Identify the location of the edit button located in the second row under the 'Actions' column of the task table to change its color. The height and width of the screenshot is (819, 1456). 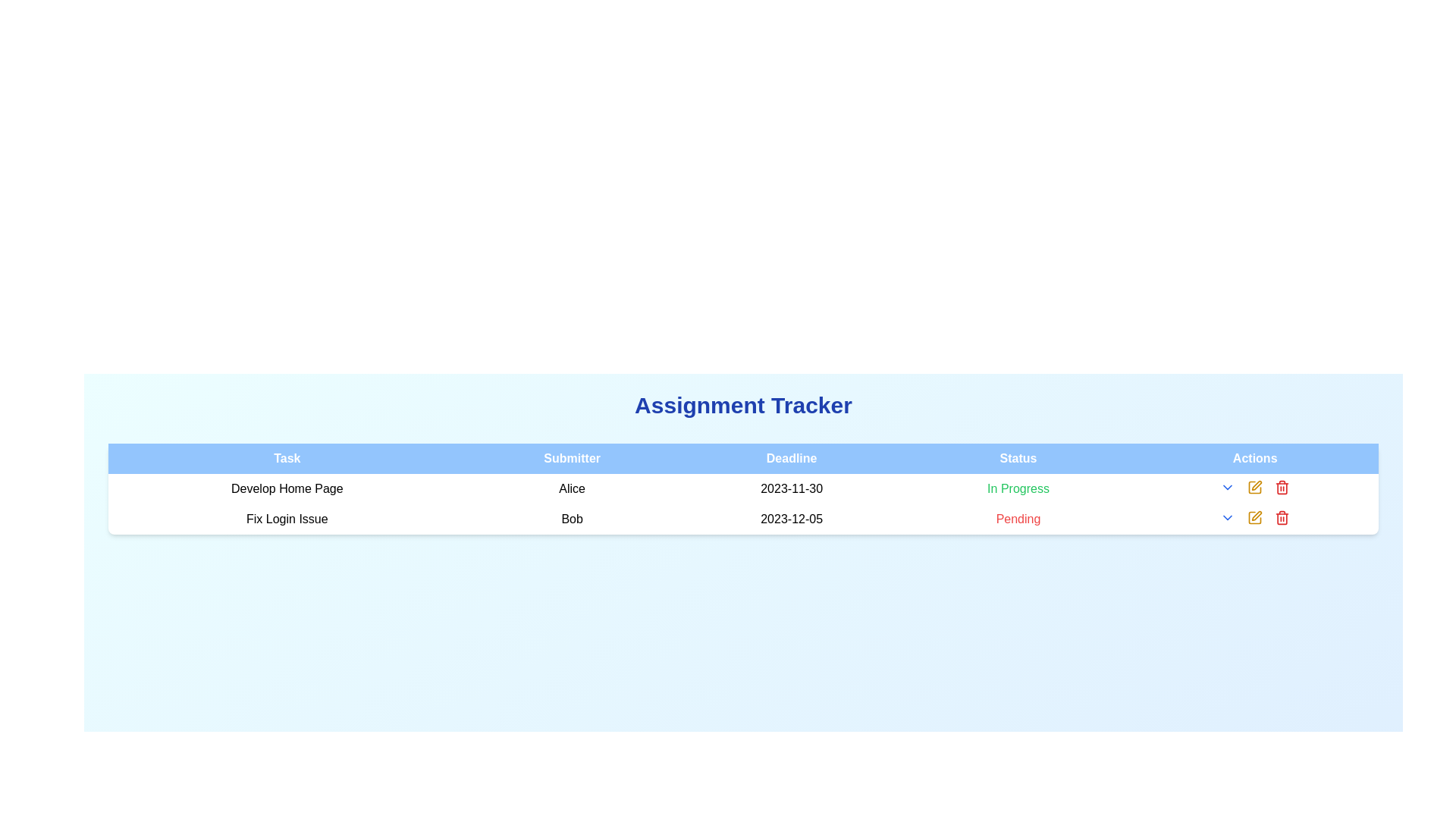
(1255, 516).